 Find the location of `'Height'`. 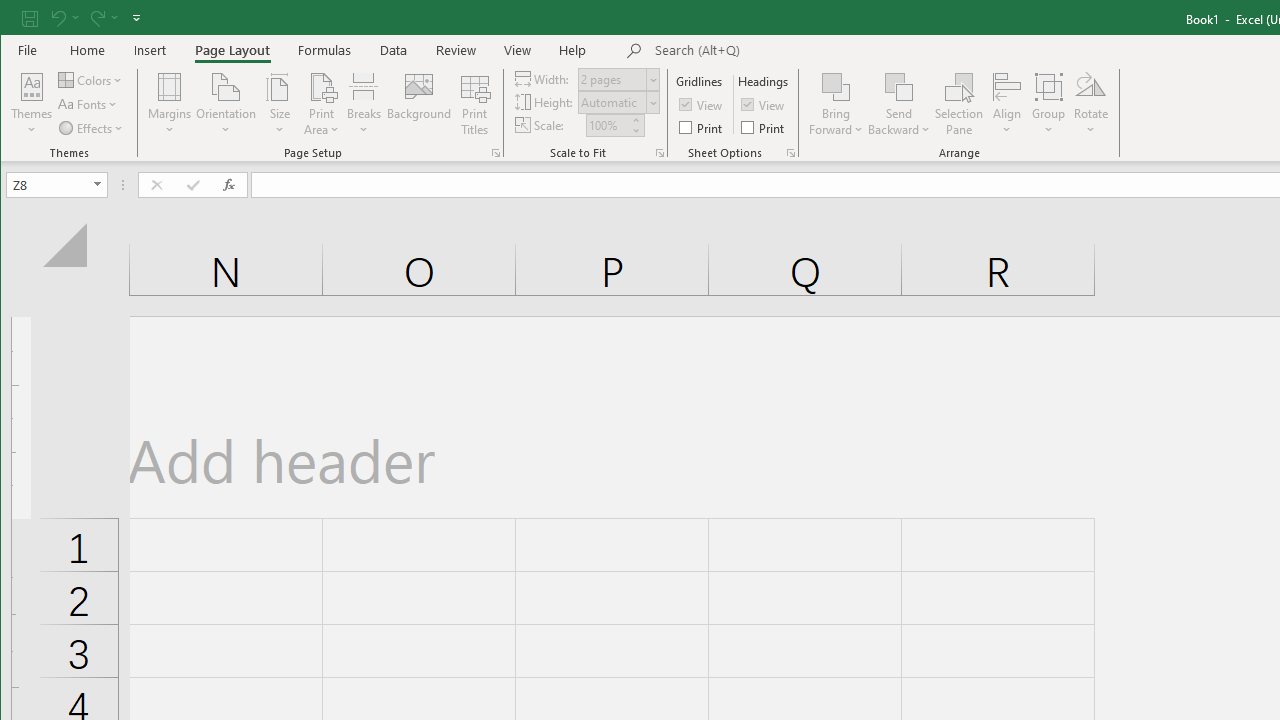

'Height' is located at coordinates (618, 102).